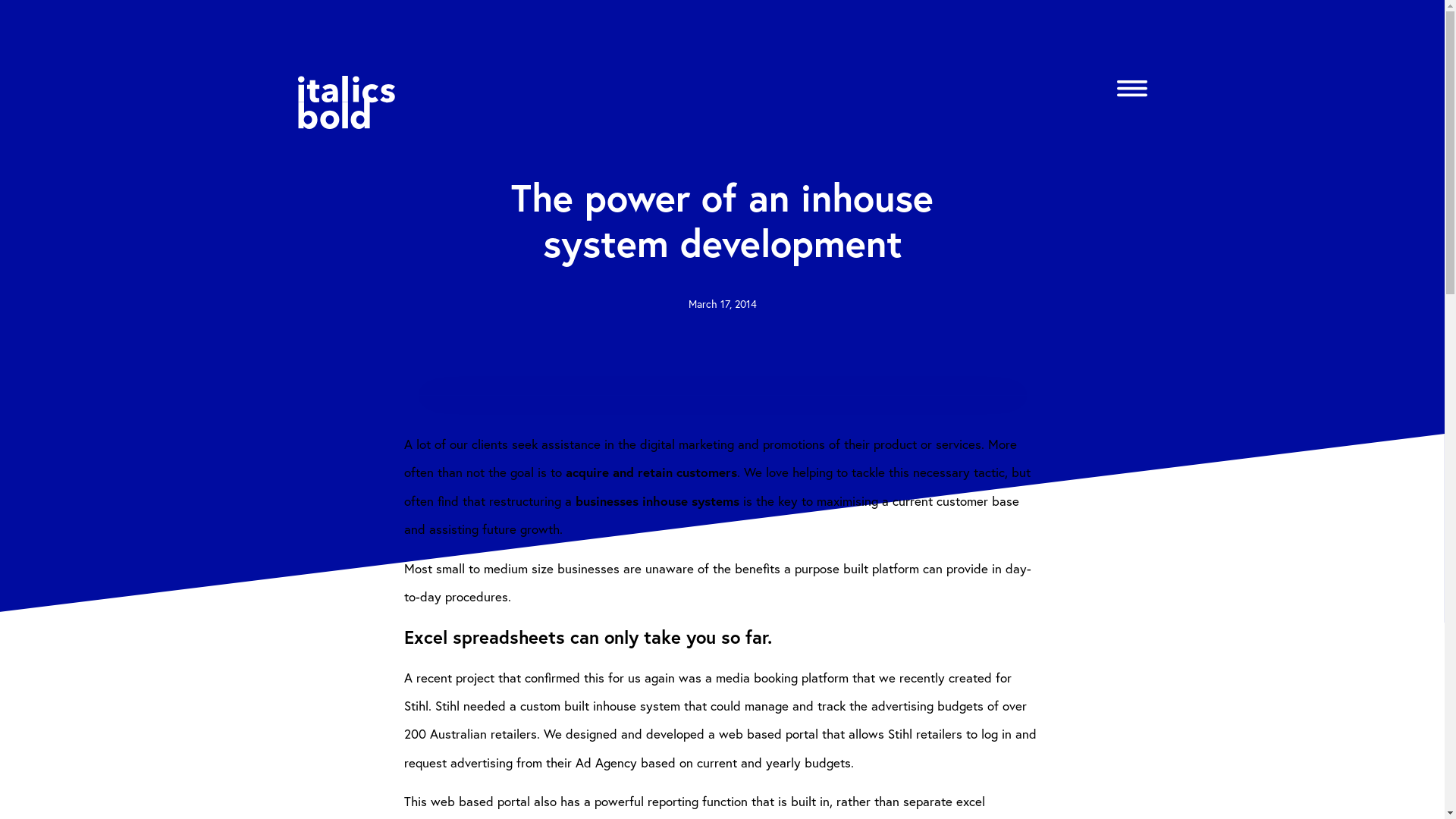 This screenshot has height=819, width=1456. I want to click on 'March 17, 2014', so click(722, 303).